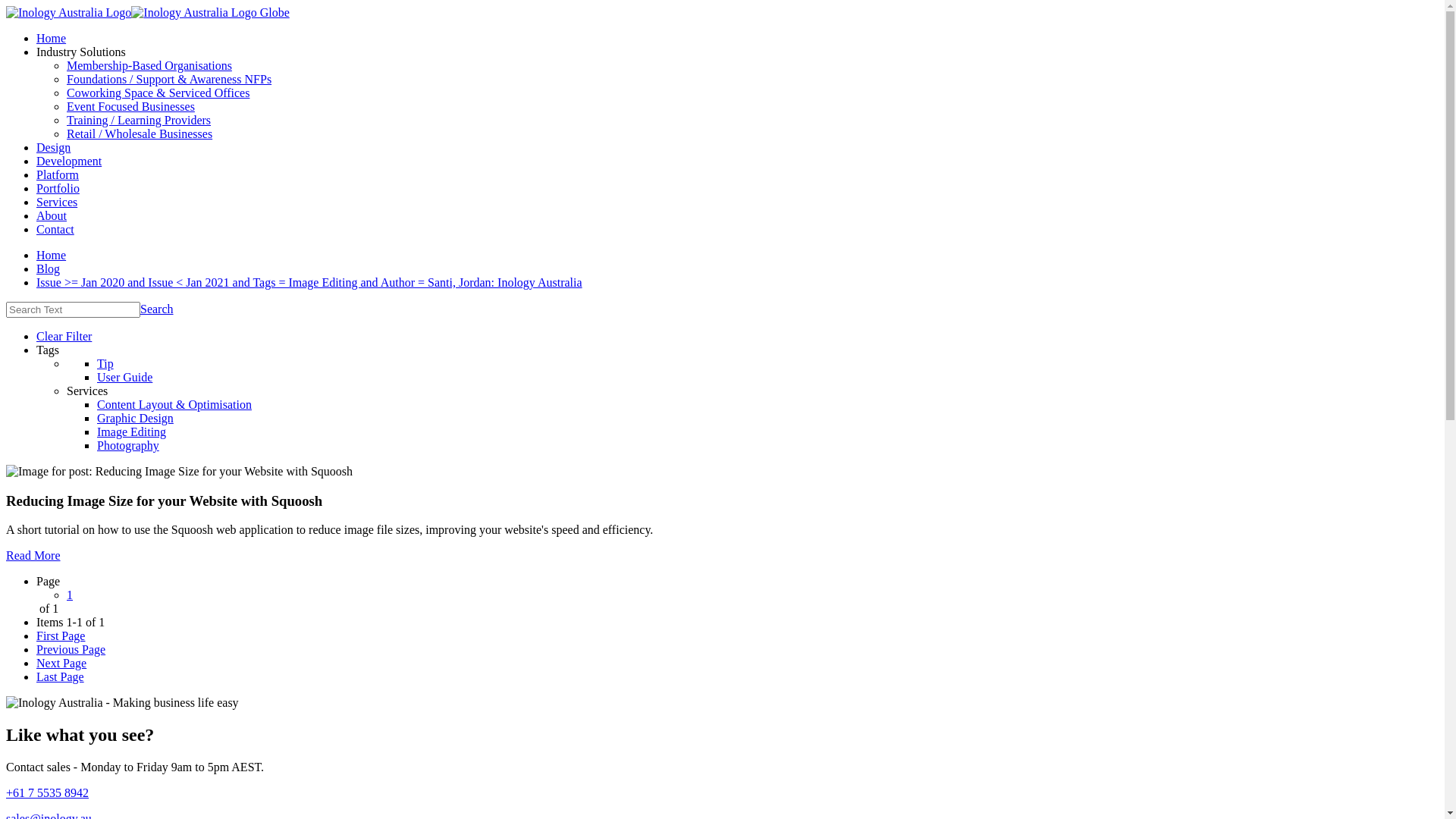 This screenshot has height=819, width=1456. I want to click on 'Development', so click(68, 161).